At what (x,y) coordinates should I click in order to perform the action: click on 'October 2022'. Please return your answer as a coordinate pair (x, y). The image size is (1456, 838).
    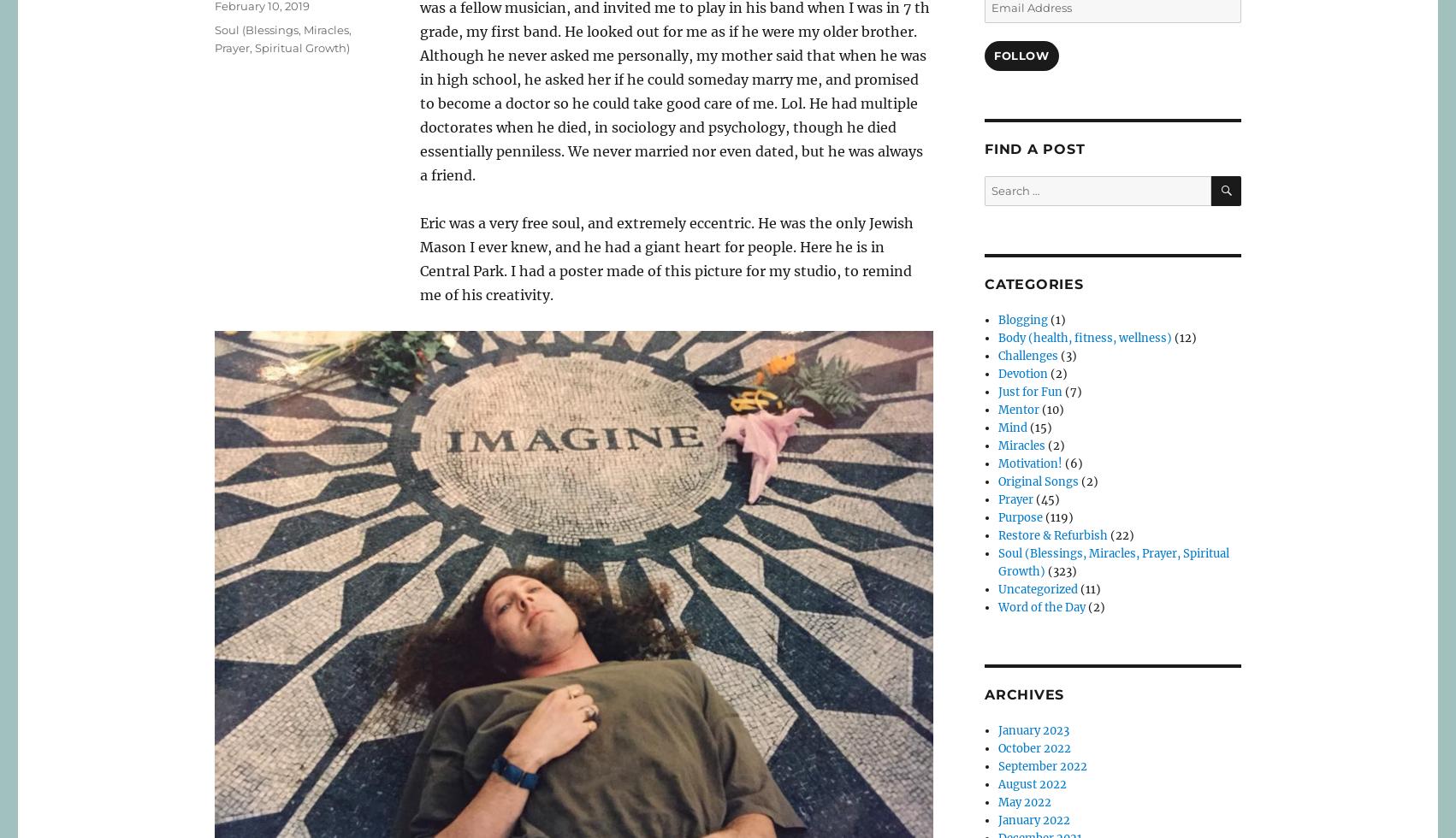
    Looking at the image, I should click on (998, 748).